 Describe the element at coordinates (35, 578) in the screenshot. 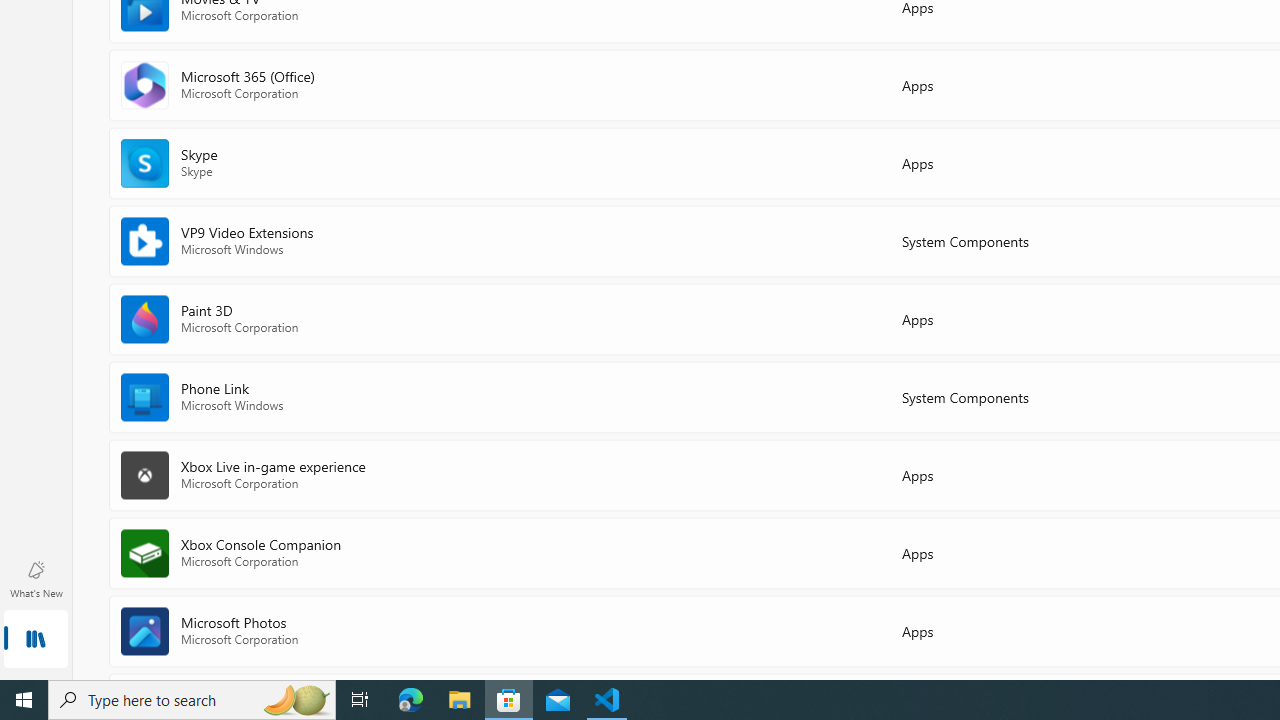

I see `'What'` at that location.